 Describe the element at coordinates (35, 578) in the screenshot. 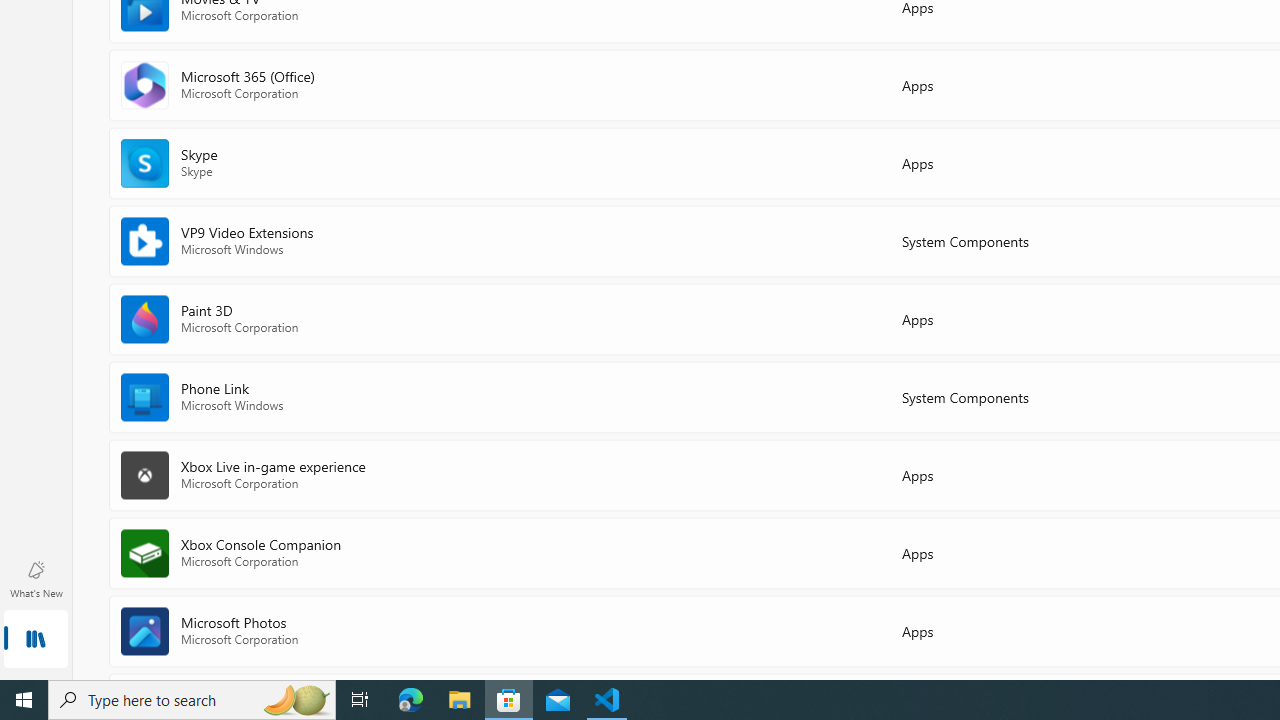

I see `'What'` at that location.